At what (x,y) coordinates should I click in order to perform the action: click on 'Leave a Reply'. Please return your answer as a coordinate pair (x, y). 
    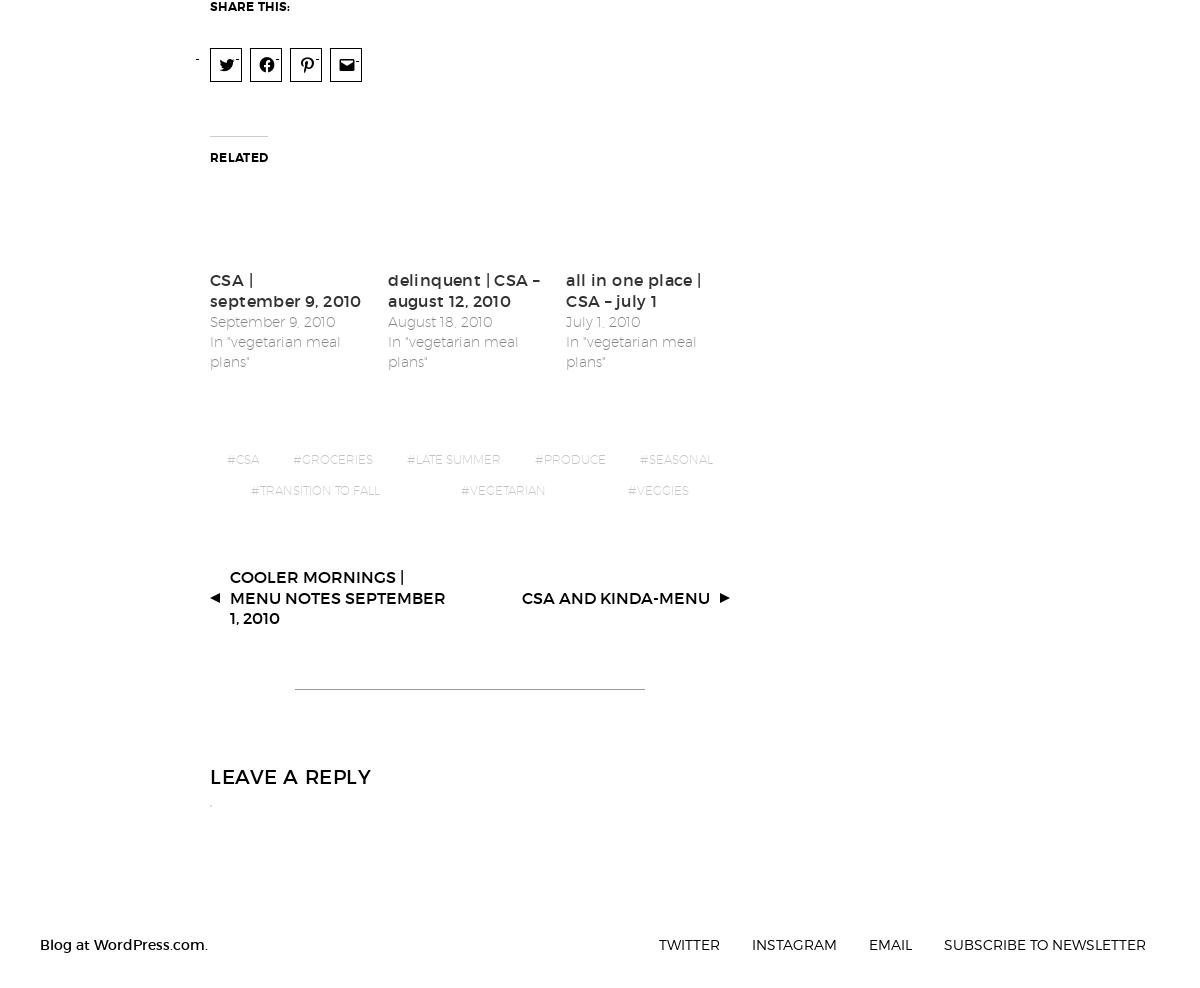
    Looking at the image, I should click on (289, 762).